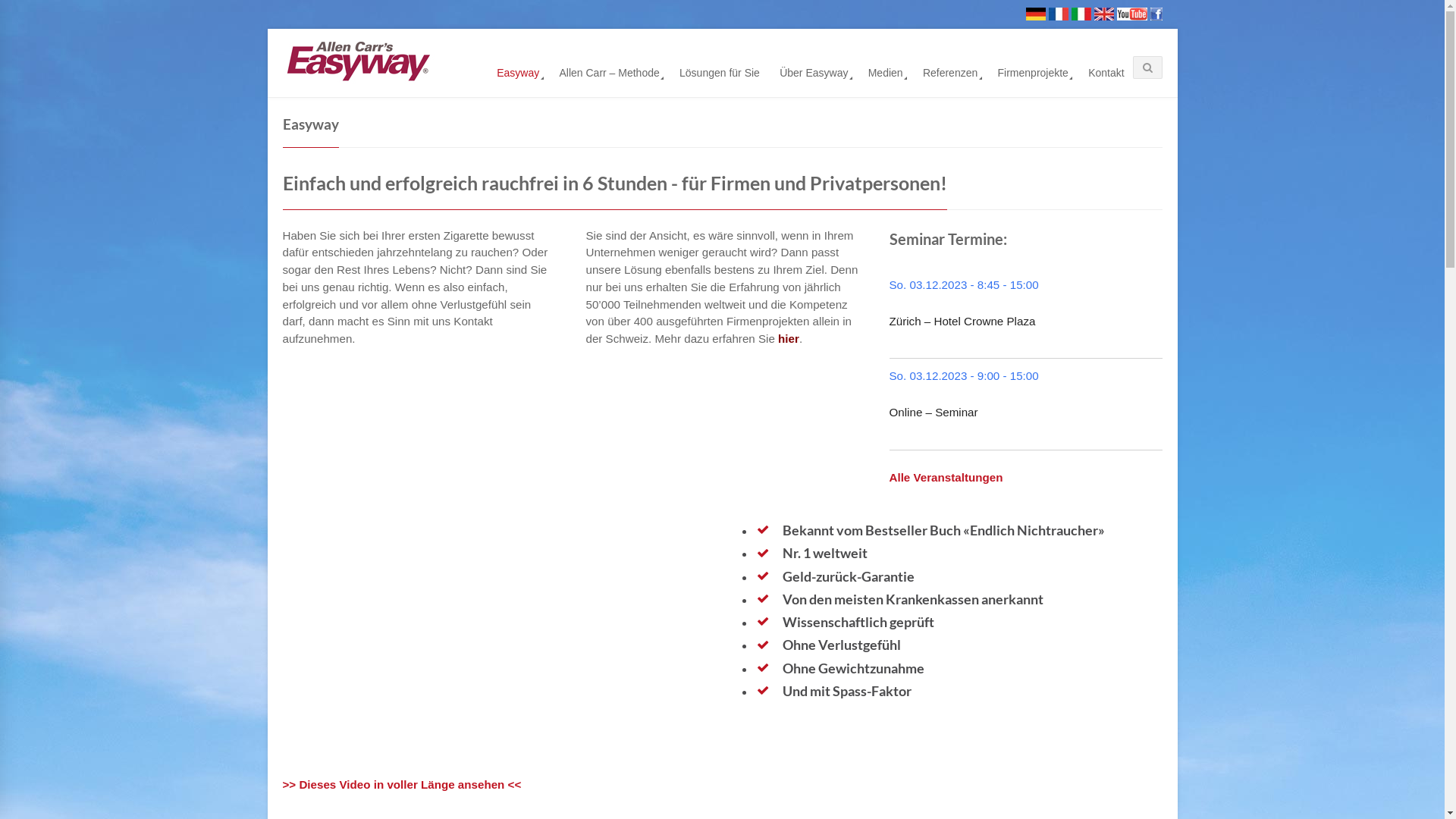 The image size is (1456, 819). Describe the element at coordinates (789, 337) in the screenshot. I see `'hier'` at that location.